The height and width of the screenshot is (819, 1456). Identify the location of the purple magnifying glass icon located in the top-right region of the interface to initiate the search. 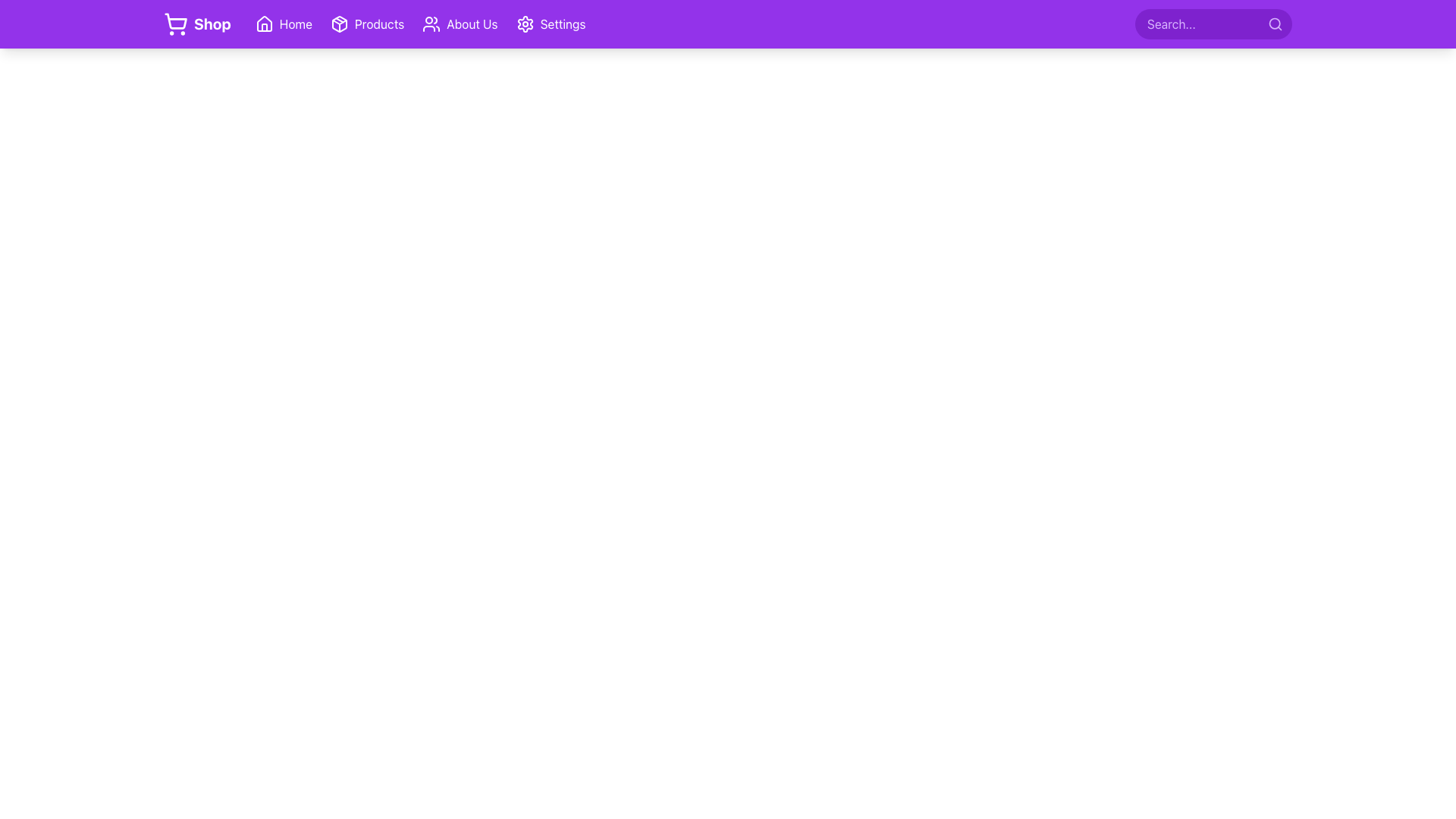
(1274, 24).